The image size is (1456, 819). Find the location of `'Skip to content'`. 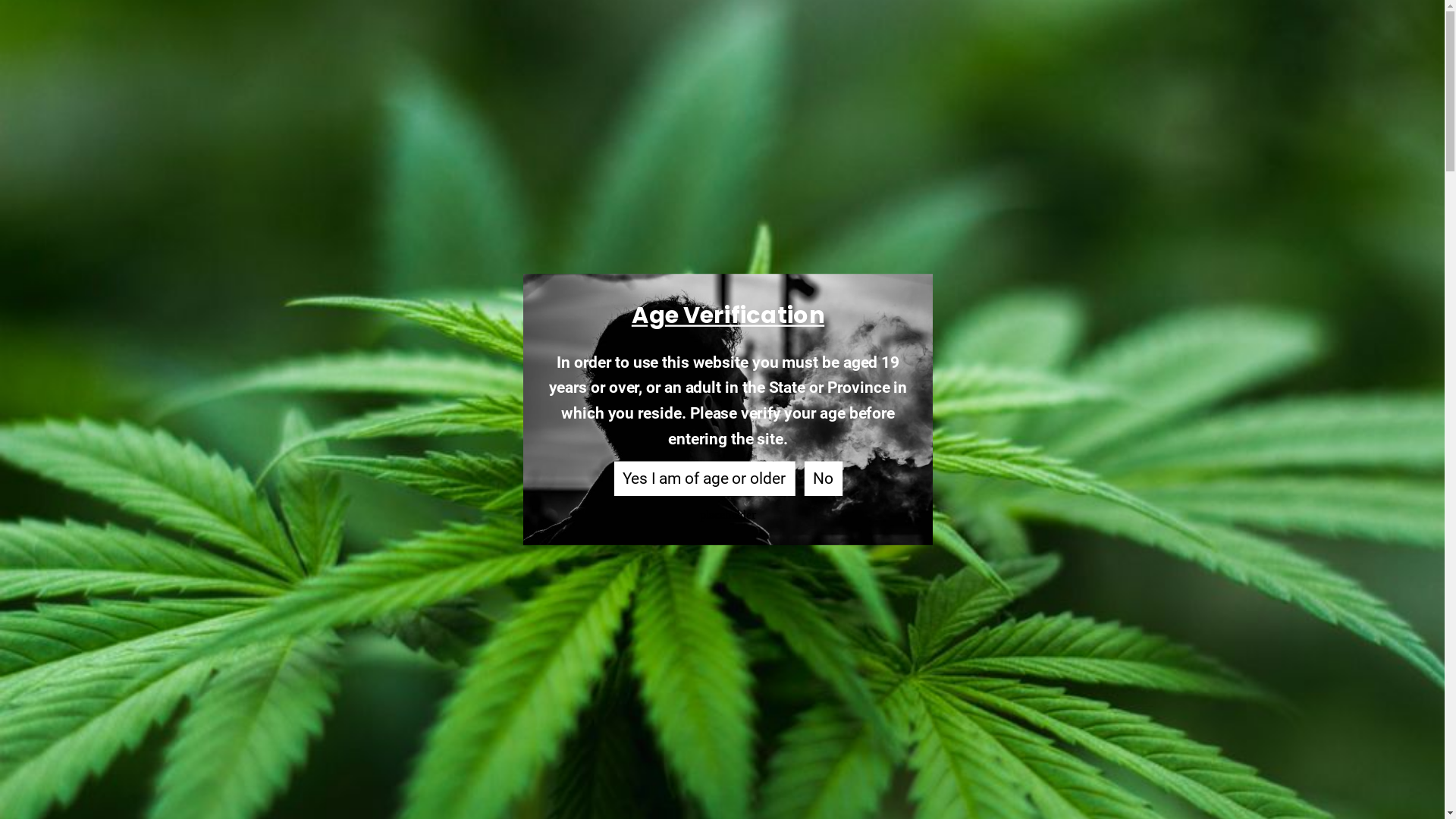

'Skip to content' is located at coordinates (0, 0).